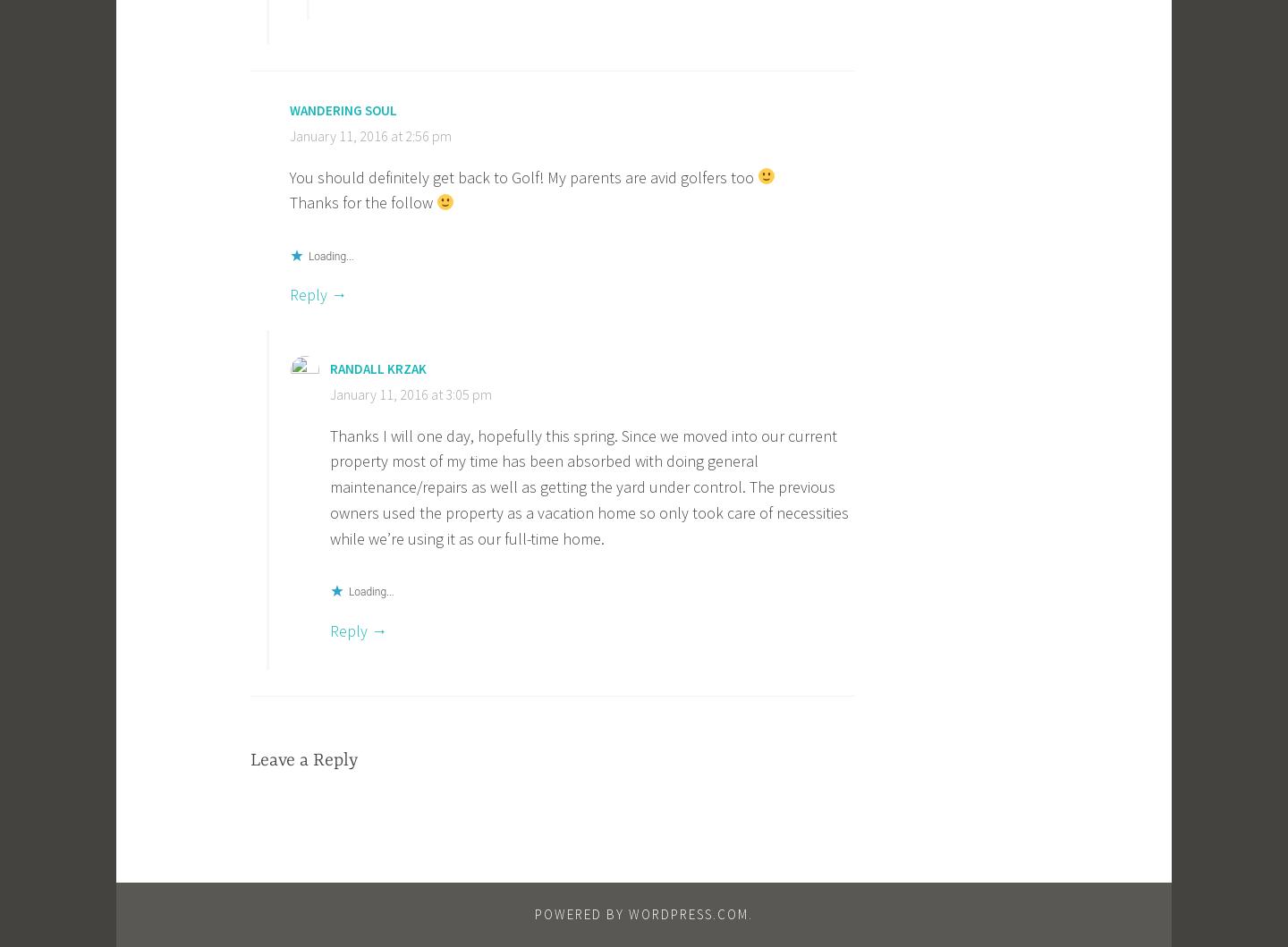  I want to click on 'You should definitely get back to Golf! My parents are avid golfers too', so click(523, 175).